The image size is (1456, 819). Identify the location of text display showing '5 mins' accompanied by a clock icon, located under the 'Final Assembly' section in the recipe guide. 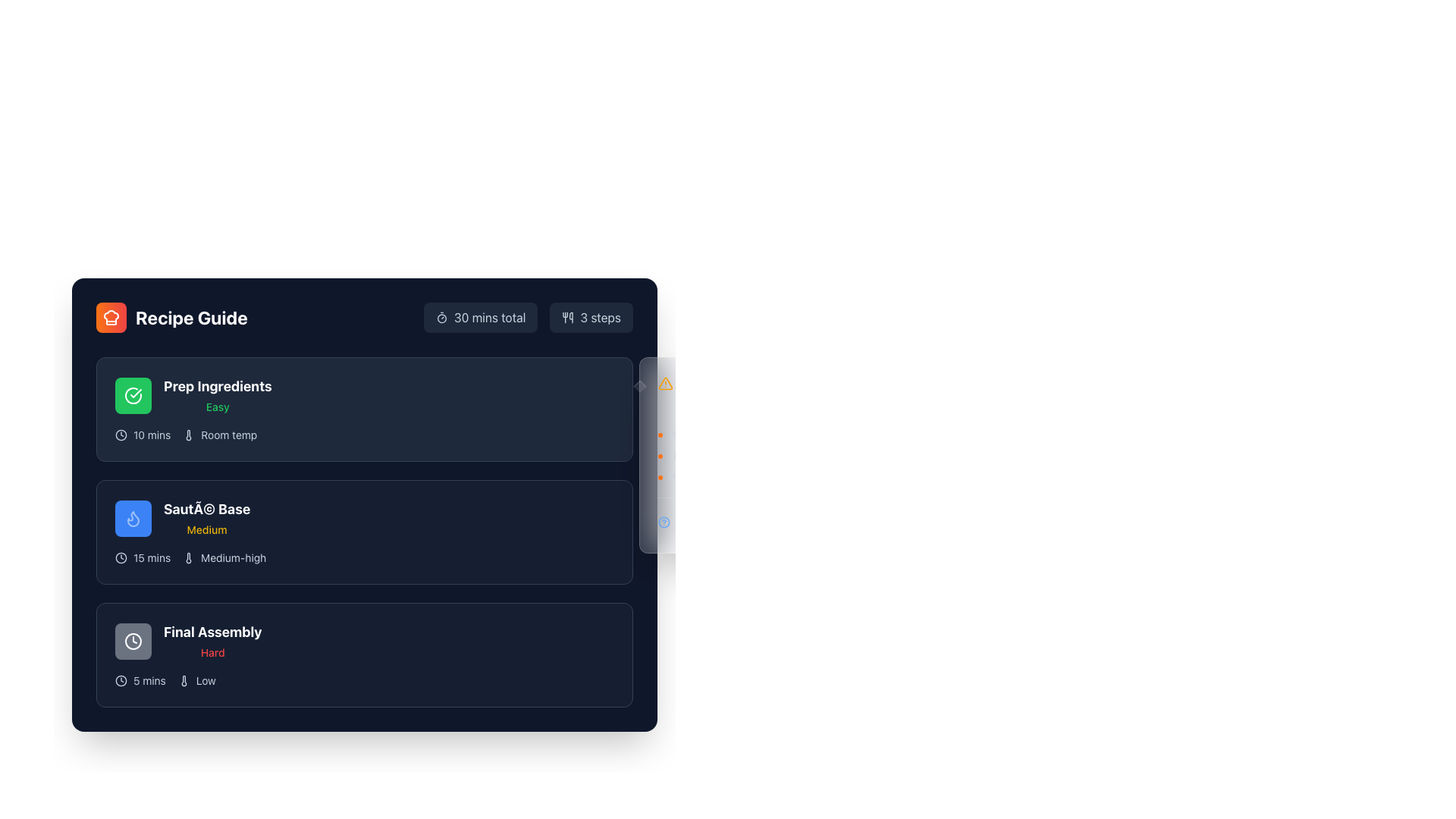
(140, 680).